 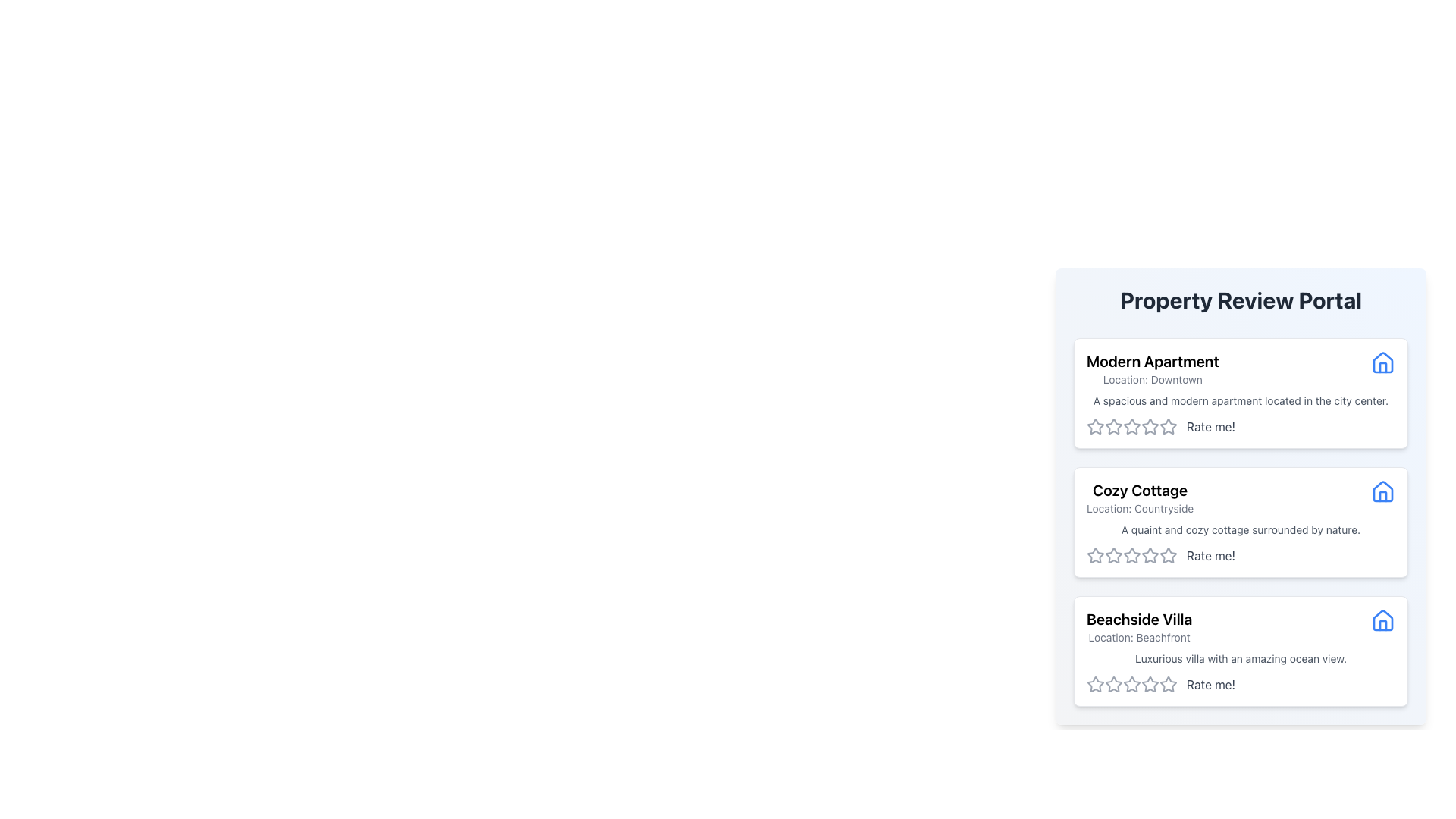 I want to click on the Text Label that displays the location of the property, positioned beneath the title 'Cozy Cottage' within a card layout, so click(x=1140, y=509).